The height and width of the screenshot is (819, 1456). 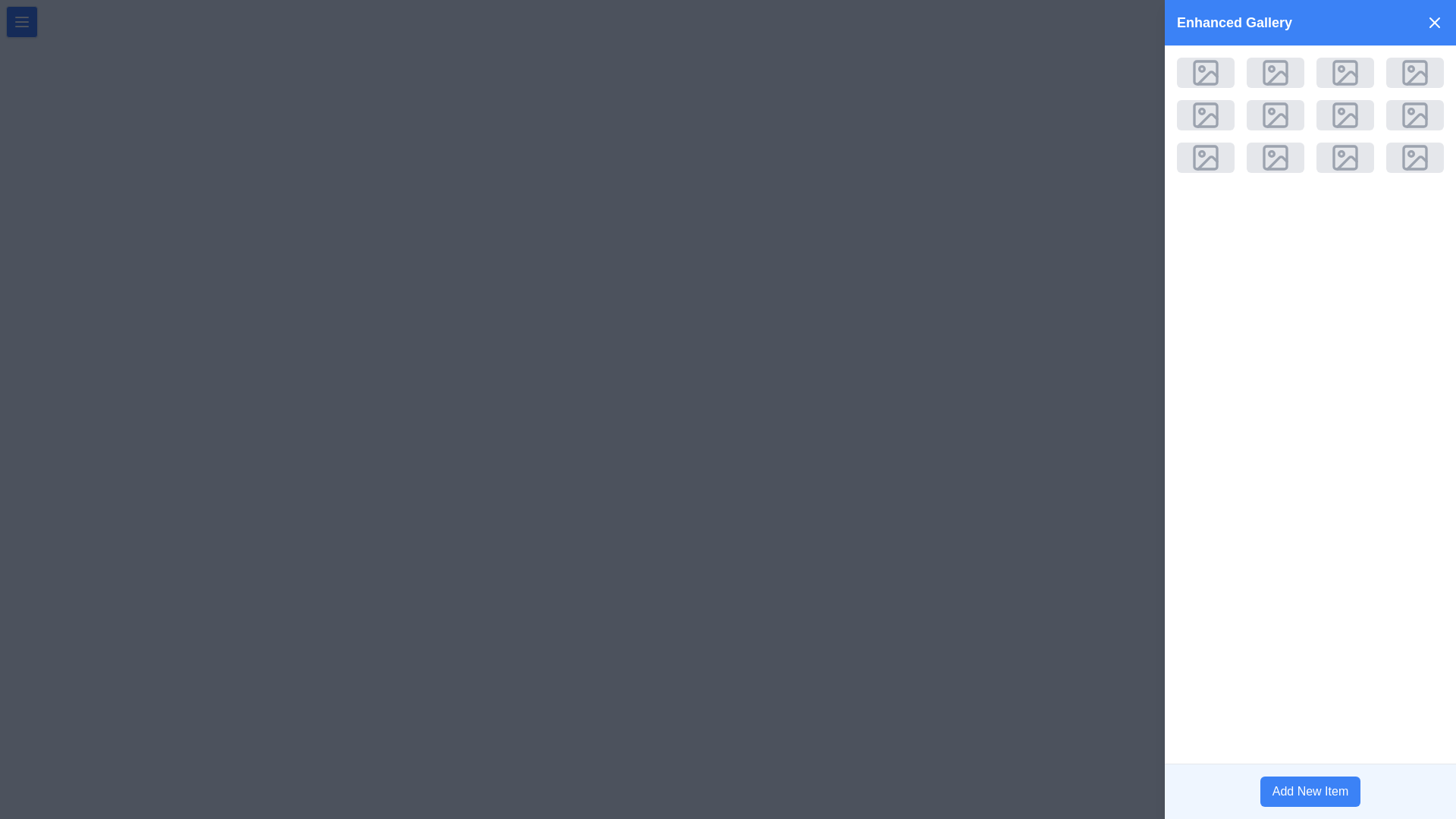 What do you see at coordinates (1345, 158) in the screenshot?
I see `the rectangular icon with rounded corners featuring a gray background and a mountain and sun graphic, located in the bottom row, third column from the left` at bounding box center [1345, 158].